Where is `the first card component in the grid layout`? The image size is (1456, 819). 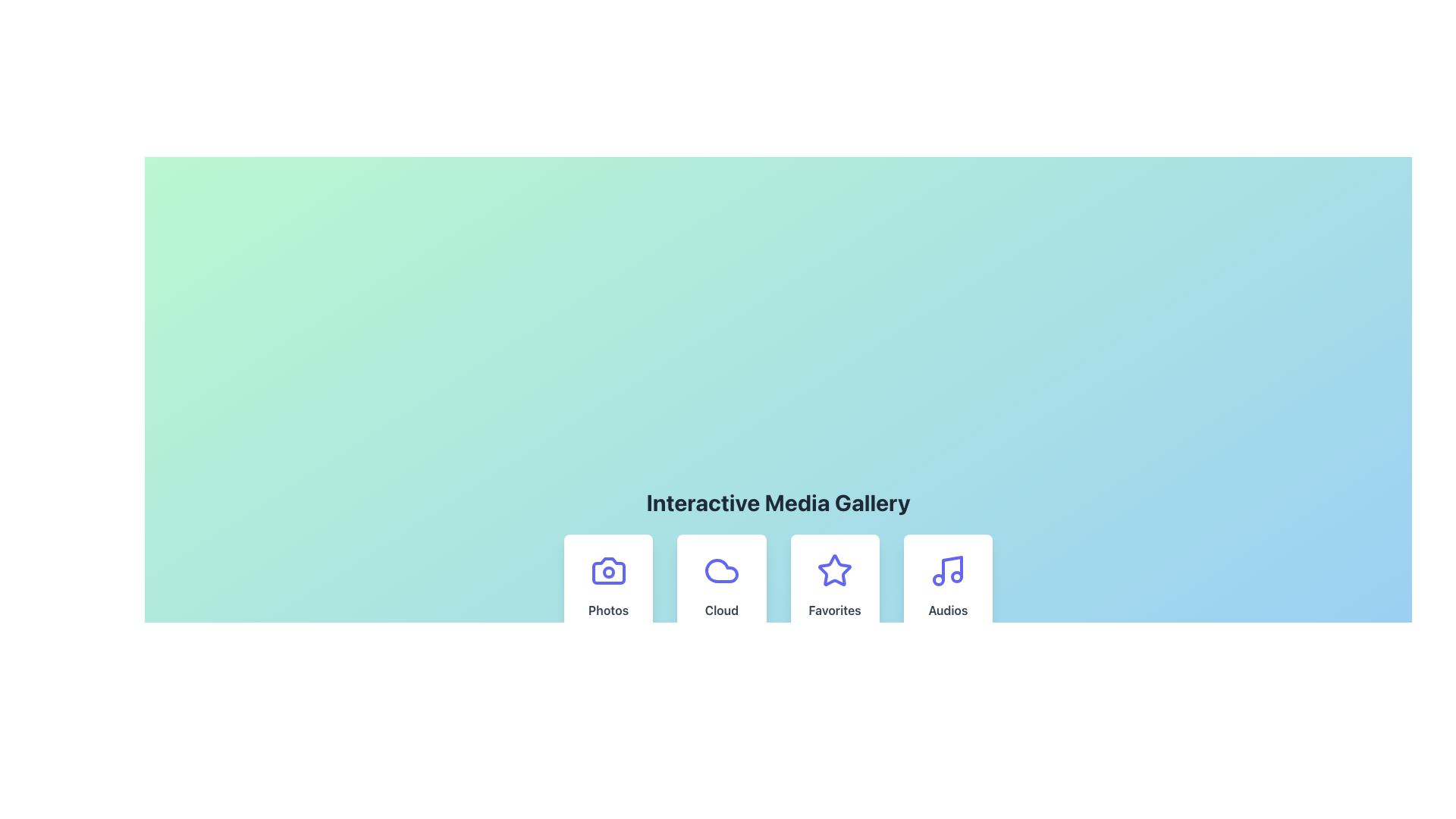
the first card component in the grid layout is located at coordinates (607, 588).